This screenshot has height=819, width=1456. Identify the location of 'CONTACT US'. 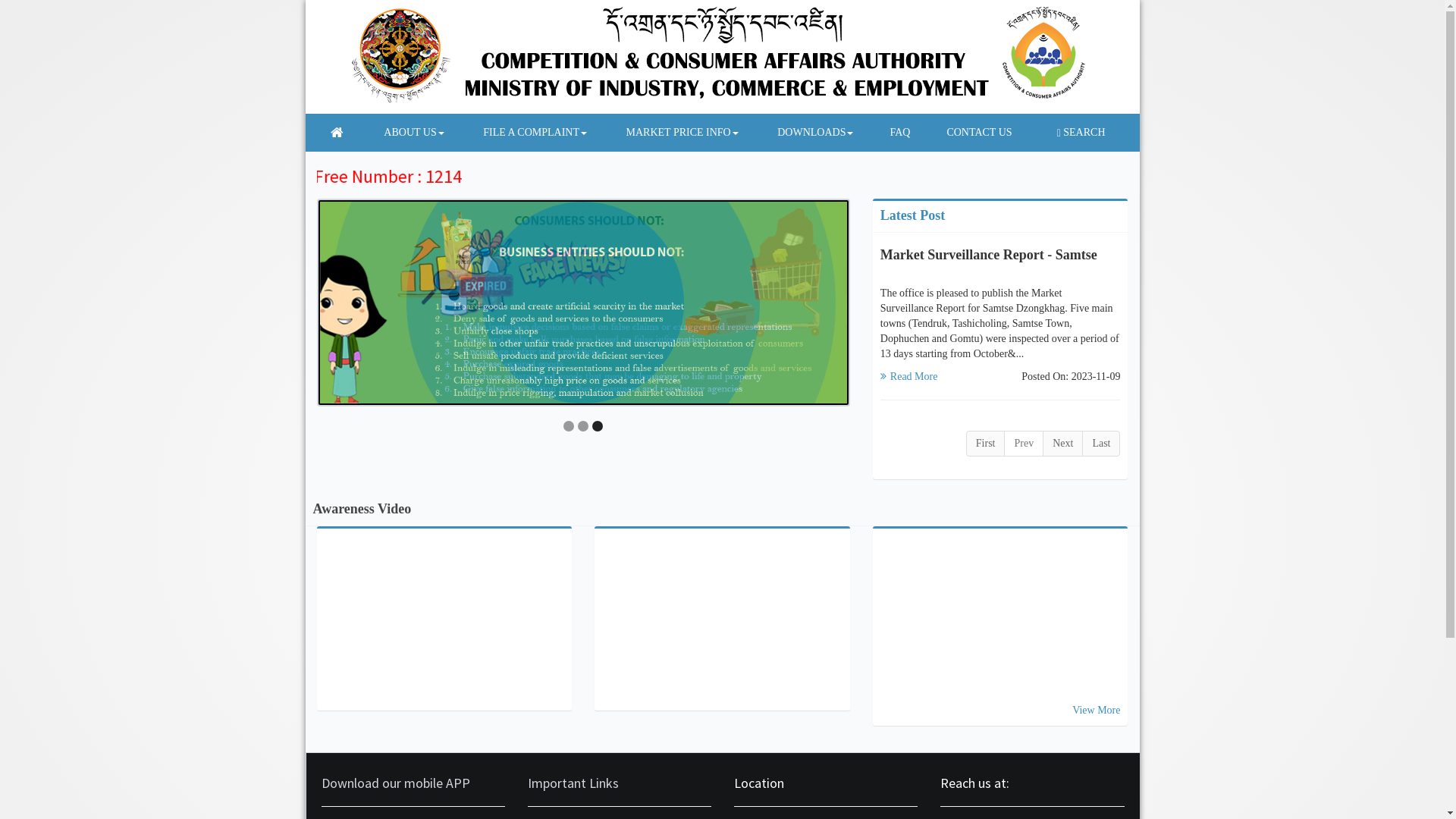
(920, 131).